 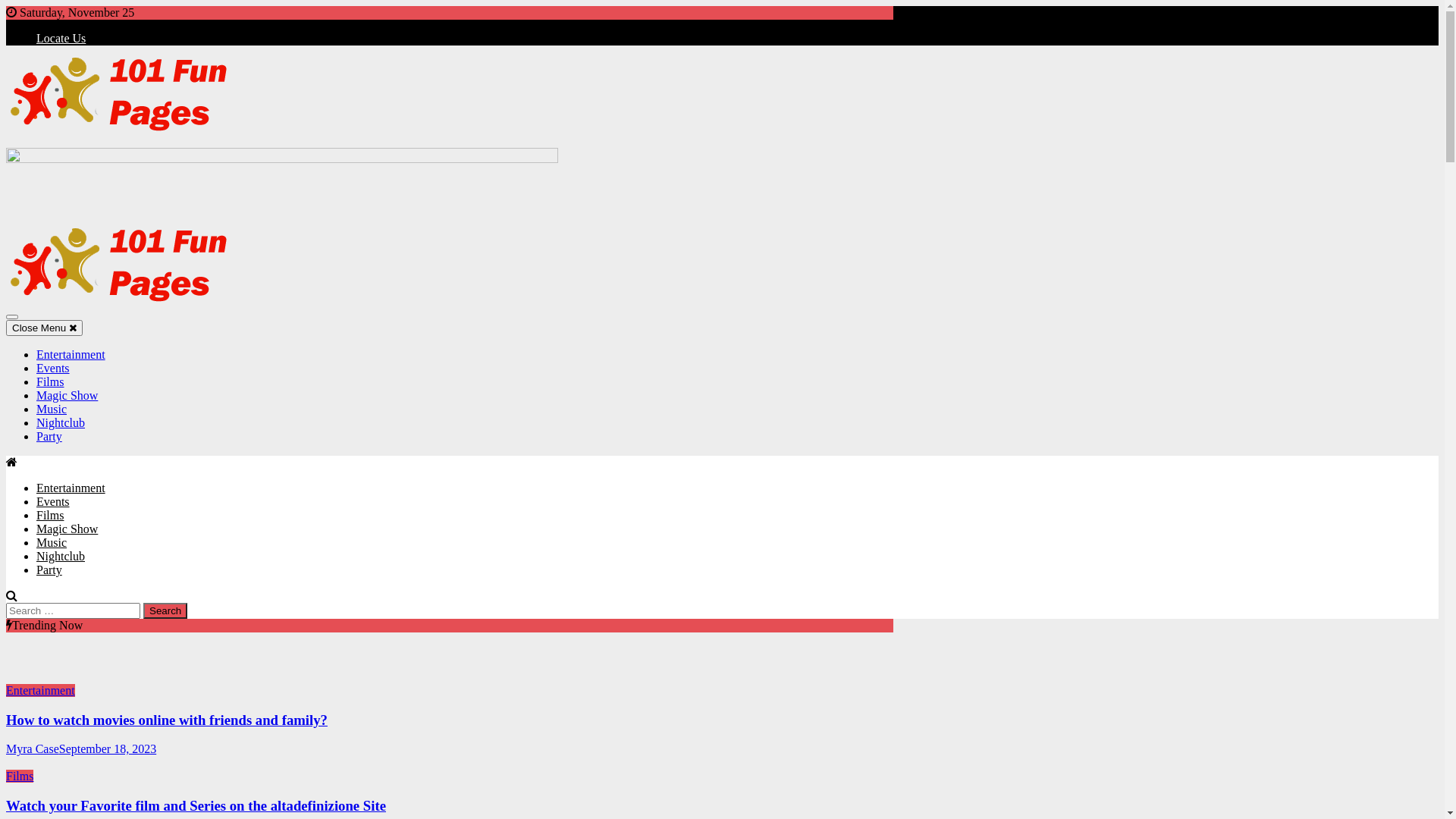 I want to click on 'Nightclub', so click(x=61, y=556).